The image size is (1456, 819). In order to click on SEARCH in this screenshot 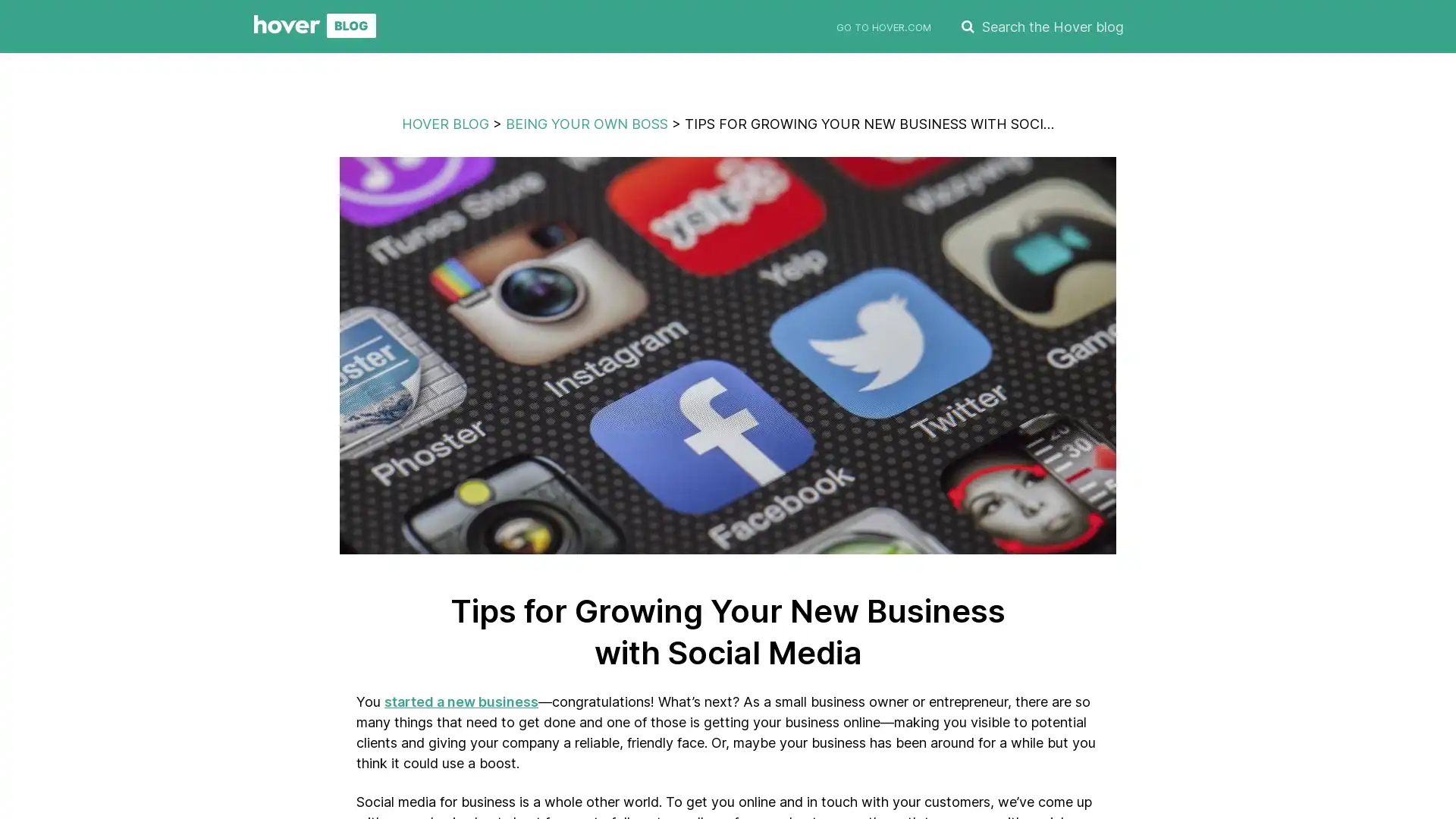, I will do `click(967, 26)`.